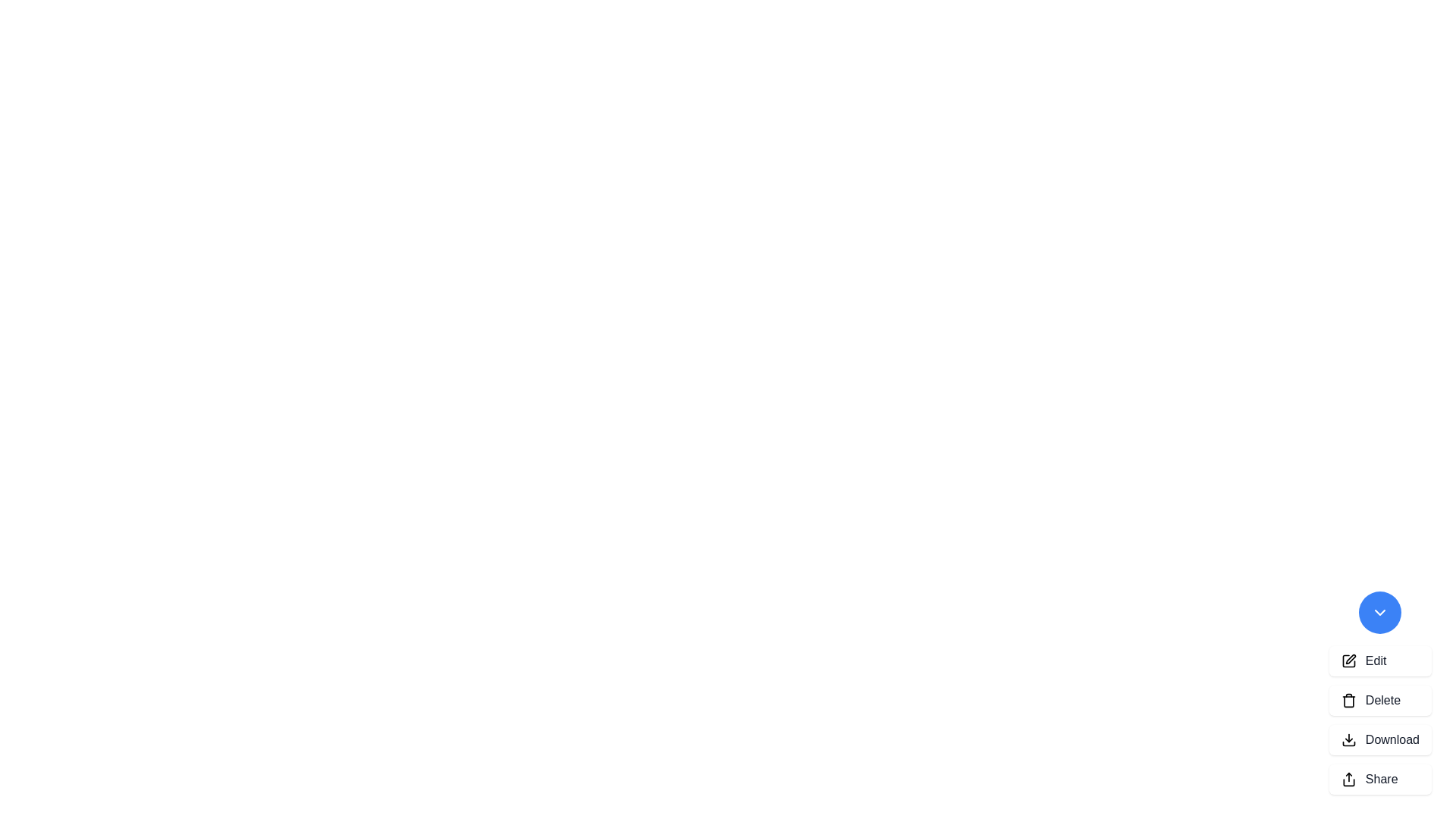 This screenshot has width=1456, height=819. Describe the element at coordinates (1379, 701) in the screenshot. I see `the 'Delete' button to select the 'Delete' action` at that location.